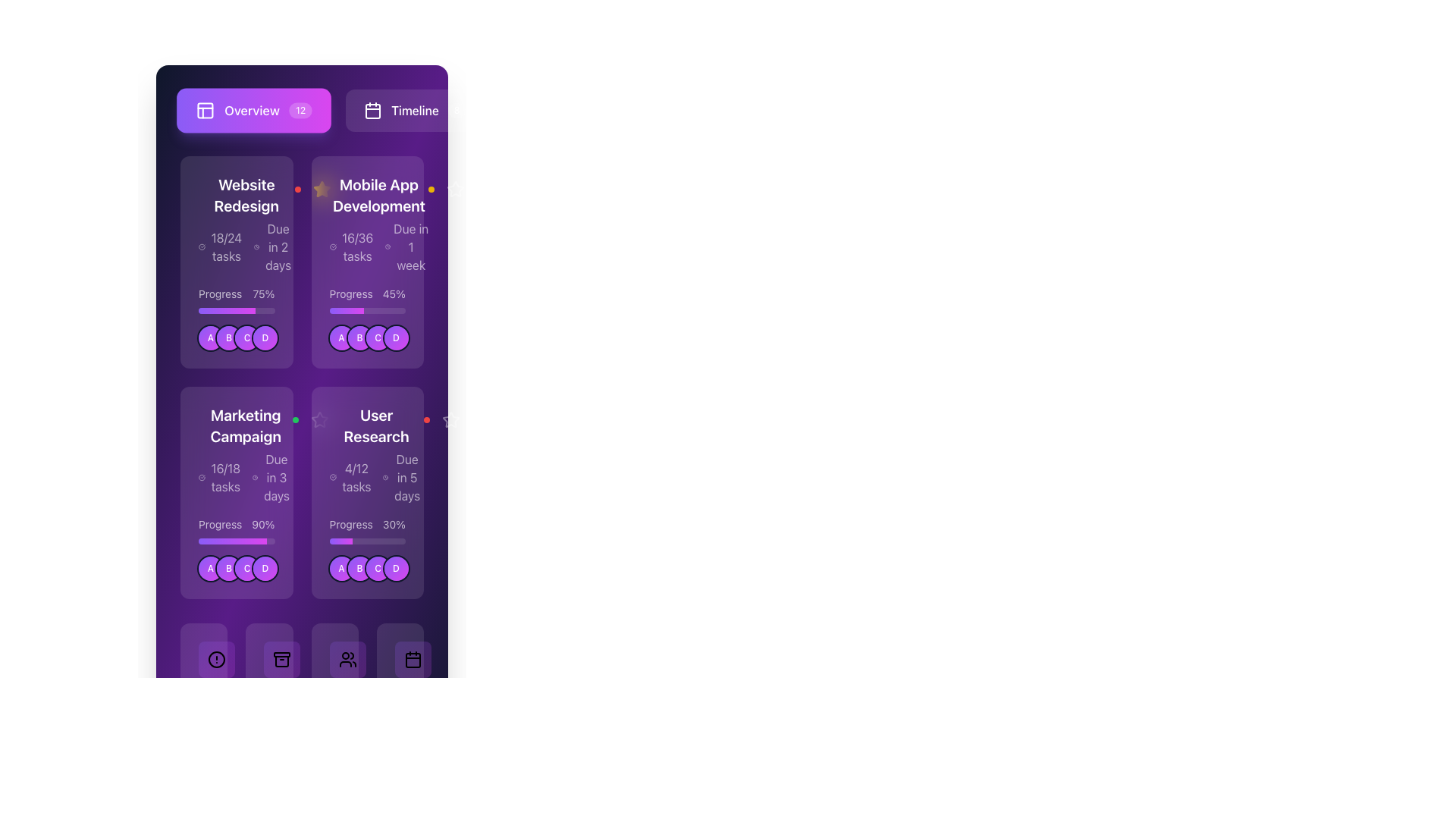  I want to click on the static text indicating the progress percentage of the 'Marketing Campaign', located to the right of the 'Progress' label, so click(263, 523).